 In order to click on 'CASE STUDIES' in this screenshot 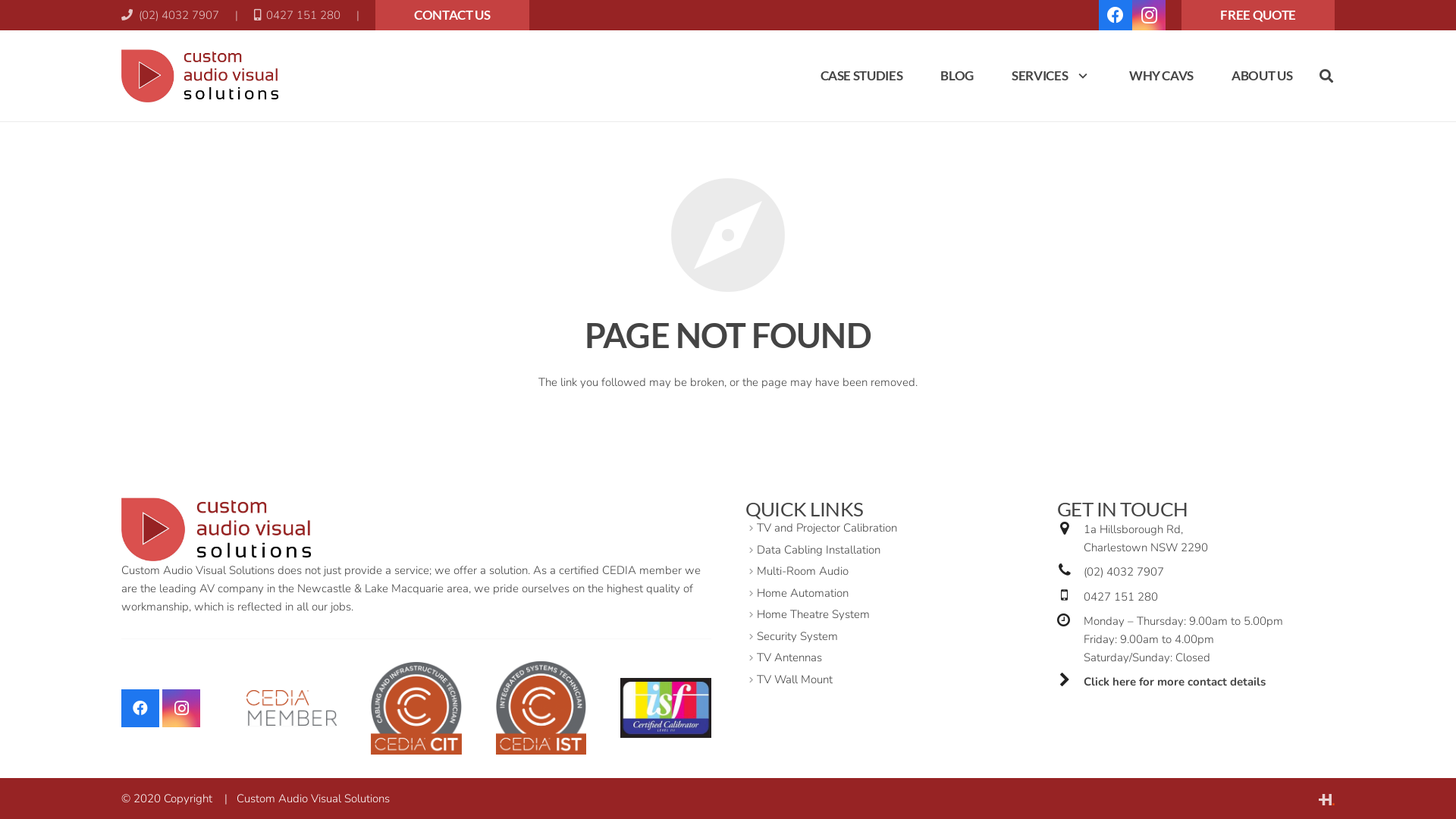, I will do `click(861, 76)`.